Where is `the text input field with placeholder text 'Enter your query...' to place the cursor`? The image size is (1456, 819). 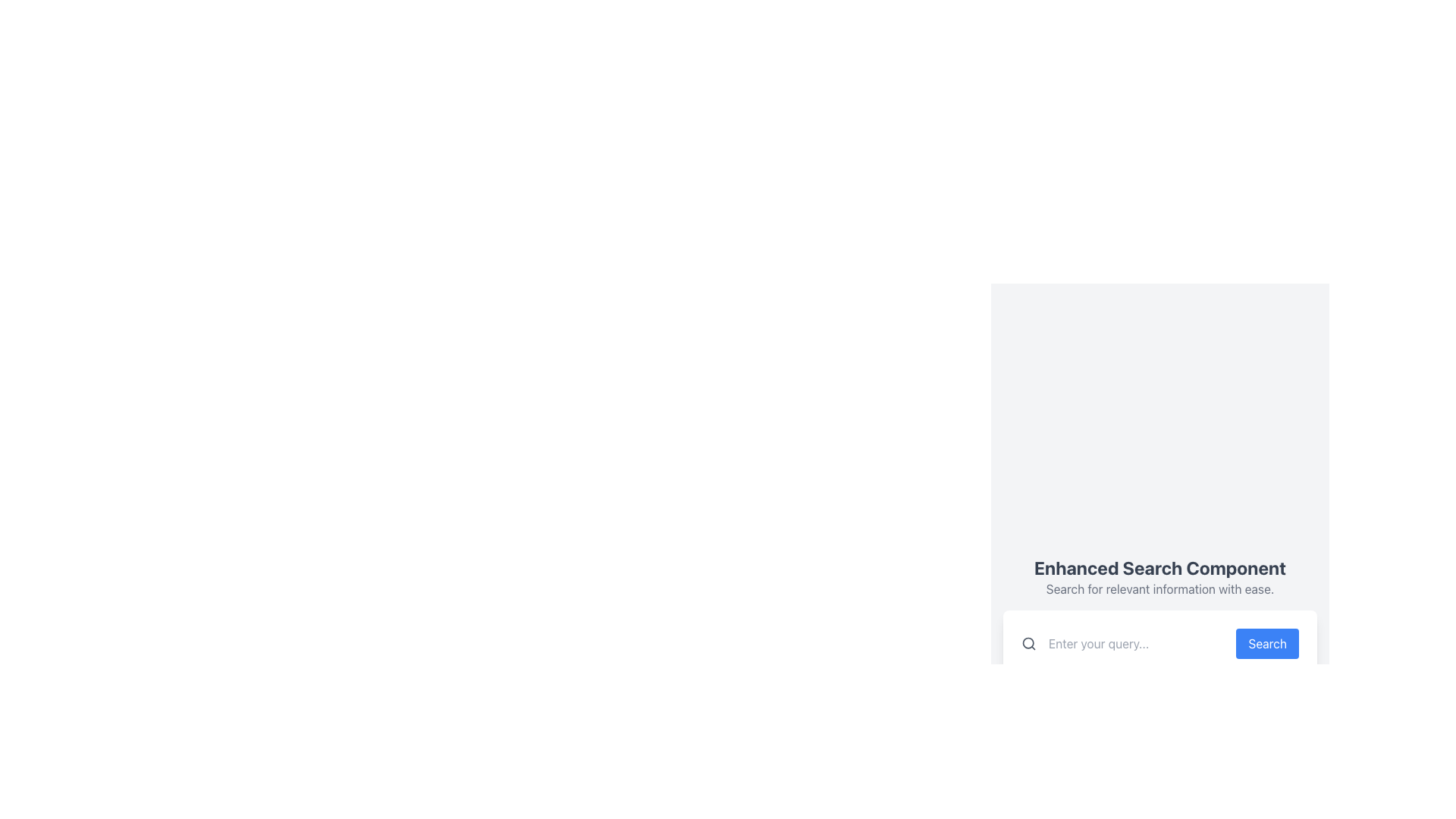
the text input field with placeholder text 'Enter your query...' to place the cursor is located at coordinates (1136, 643).